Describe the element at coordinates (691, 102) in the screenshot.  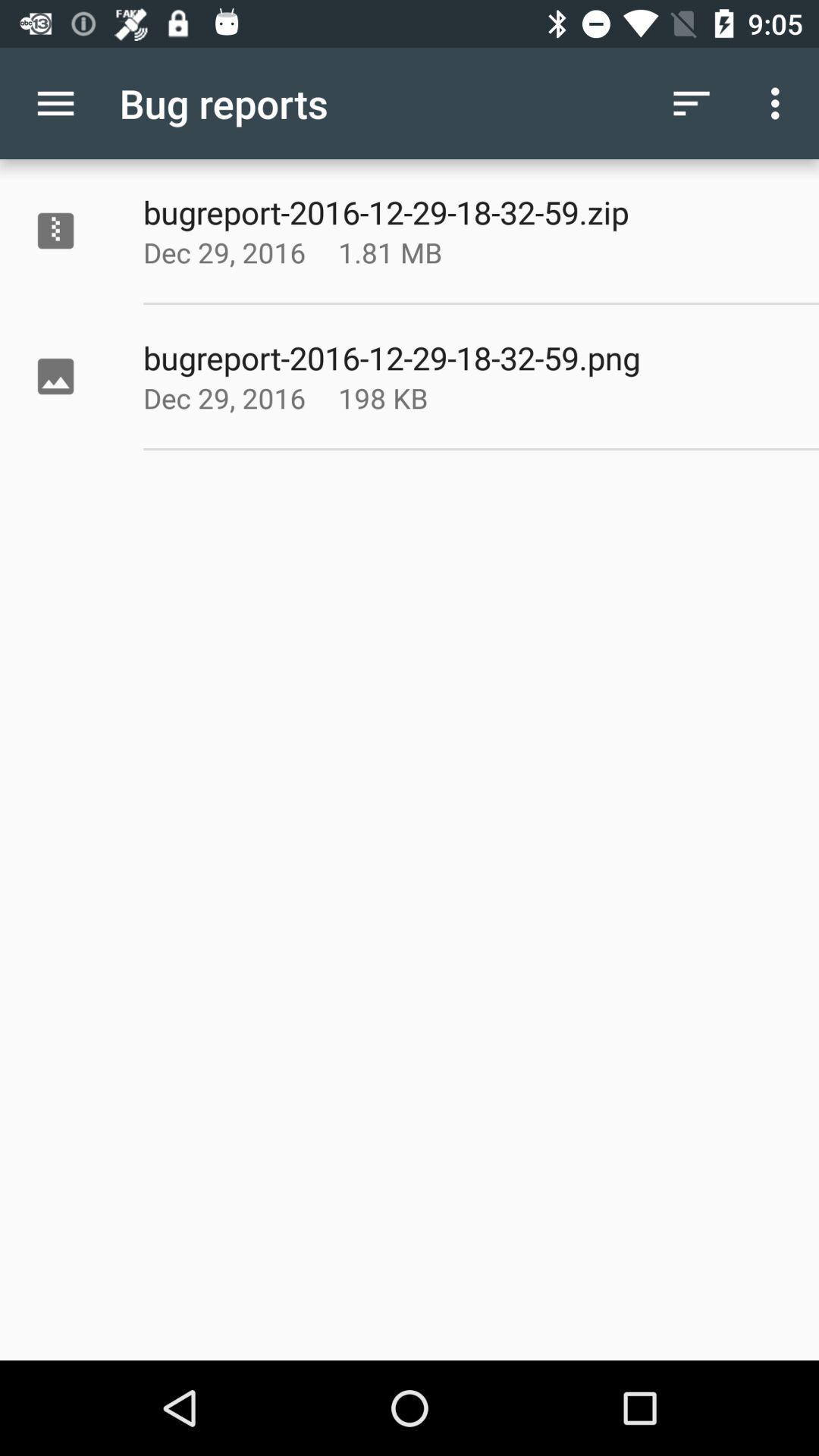
I see `the app next to the bug reports item` at that location.